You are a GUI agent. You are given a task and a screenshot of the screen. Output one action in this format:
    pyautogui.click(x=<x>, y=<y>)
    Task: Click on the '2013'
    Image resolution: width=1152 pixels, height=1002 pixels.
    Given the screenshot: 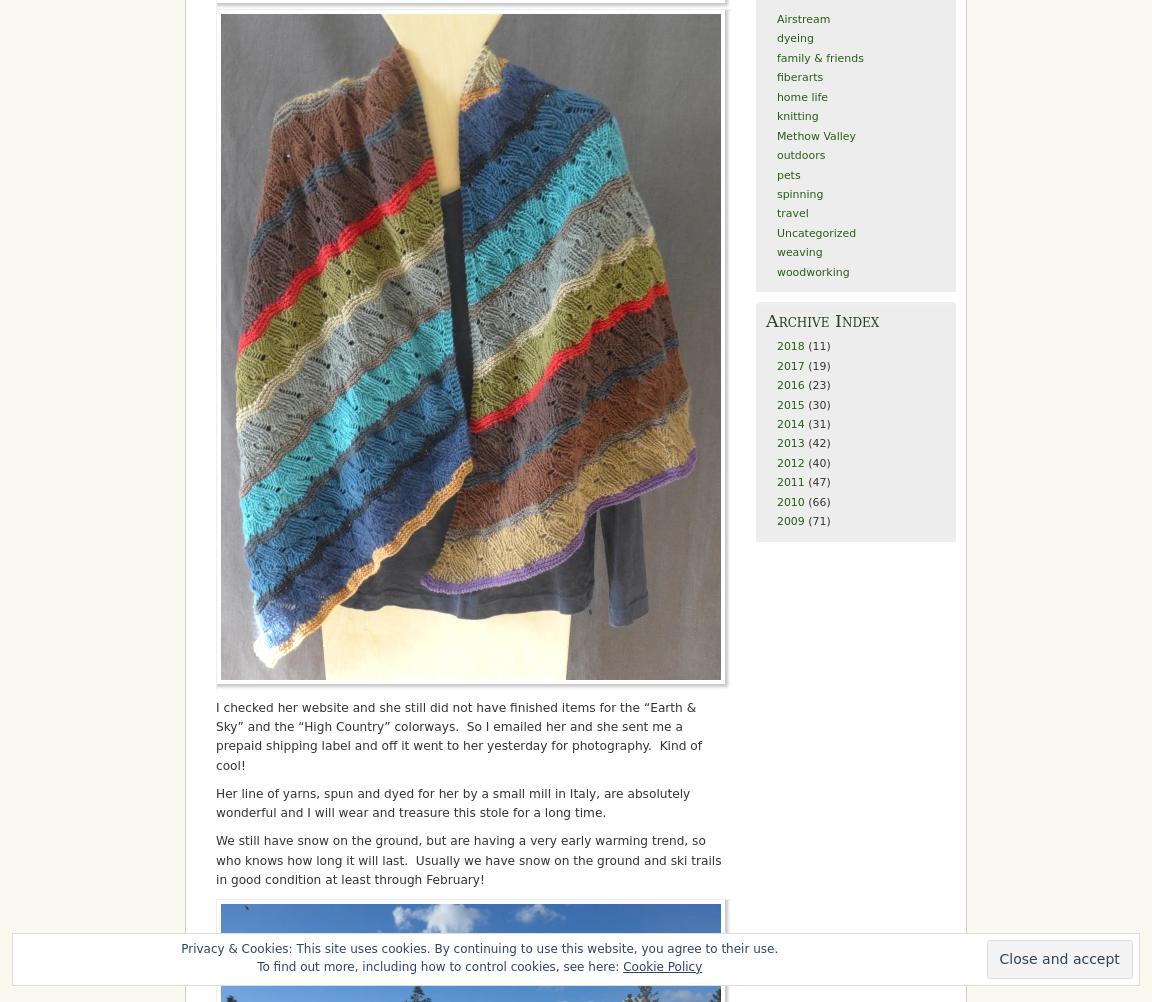 What is the action you would take?
    pyautogui.click(x=775, y=442)
    